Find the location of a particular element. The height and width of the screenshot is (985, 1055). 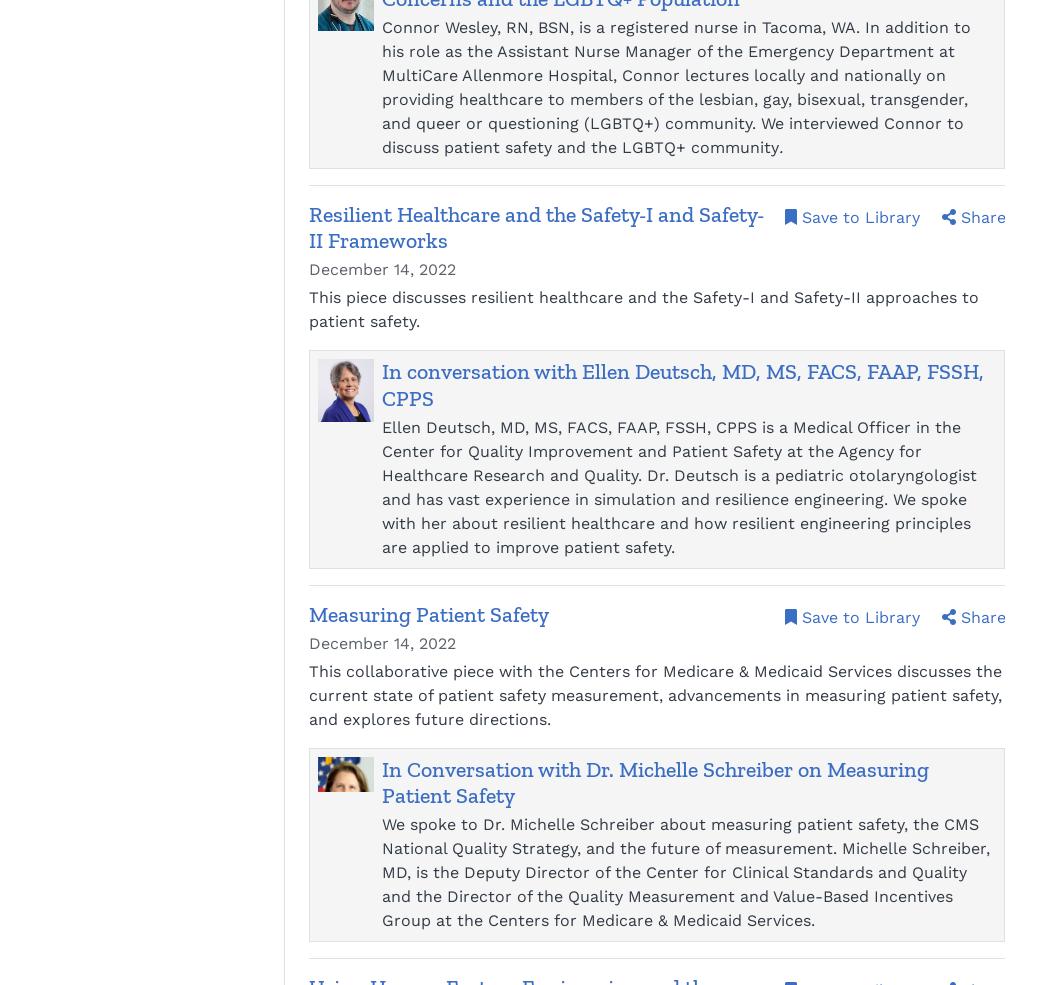

'We spoke to Dr. Michelle Schreiber about measuring patient safety, the CMS National Quality Strategy, and the future of measurement. Michelle Schreiber, MD, is the Deputy Director of the Center for Clinical Standards and Quality and the Director of the Quality Measurement and Value-Based Incentives Group at the Centers for Medicare & Medicaid Services.' is located at coordinates (684, 871).